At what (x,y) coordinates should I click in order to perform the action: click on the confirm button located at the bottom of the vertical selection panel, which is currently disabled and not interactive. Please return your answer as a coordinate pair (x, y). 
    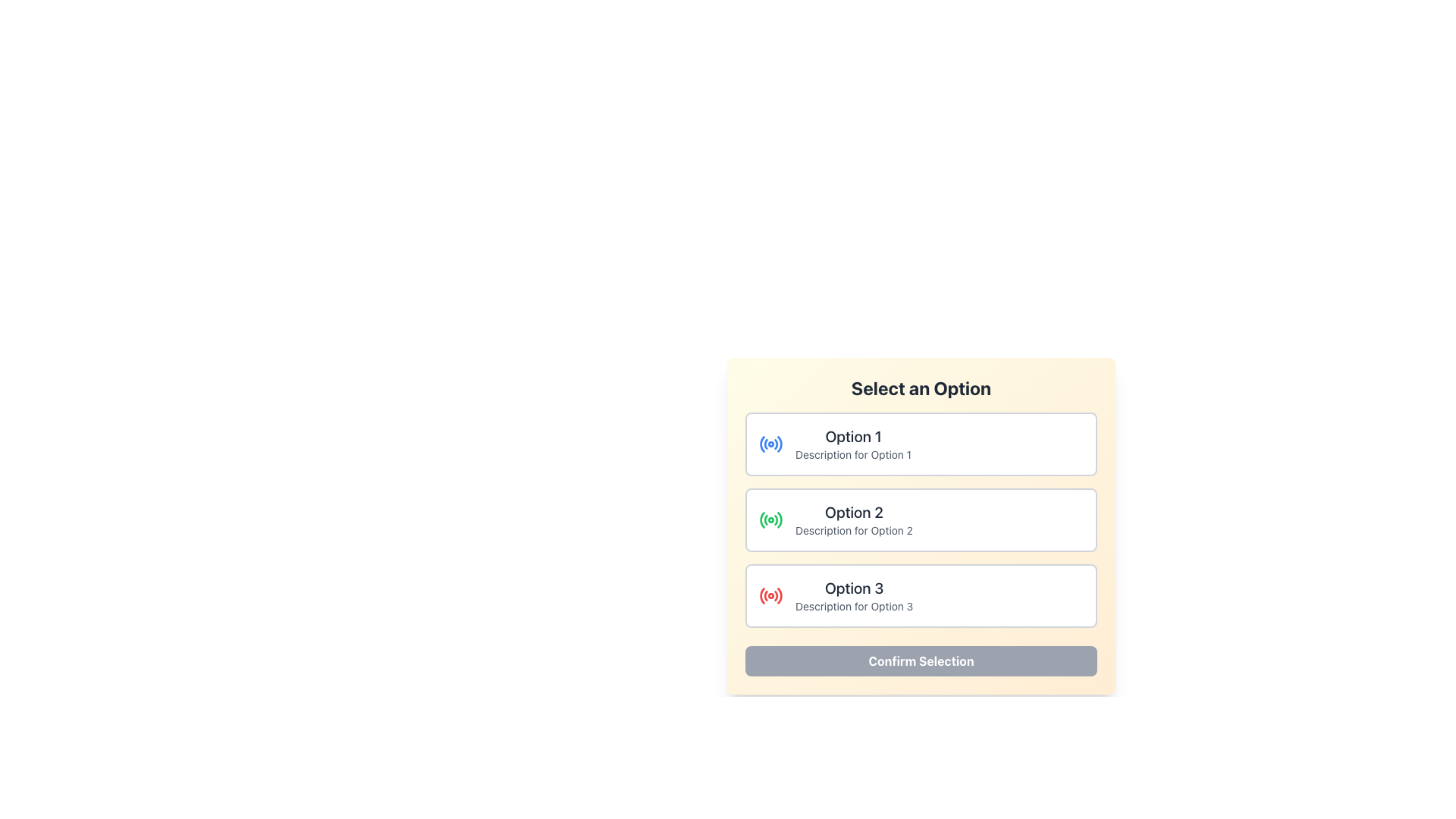
    Looking at the image, I should click on (920, 660).